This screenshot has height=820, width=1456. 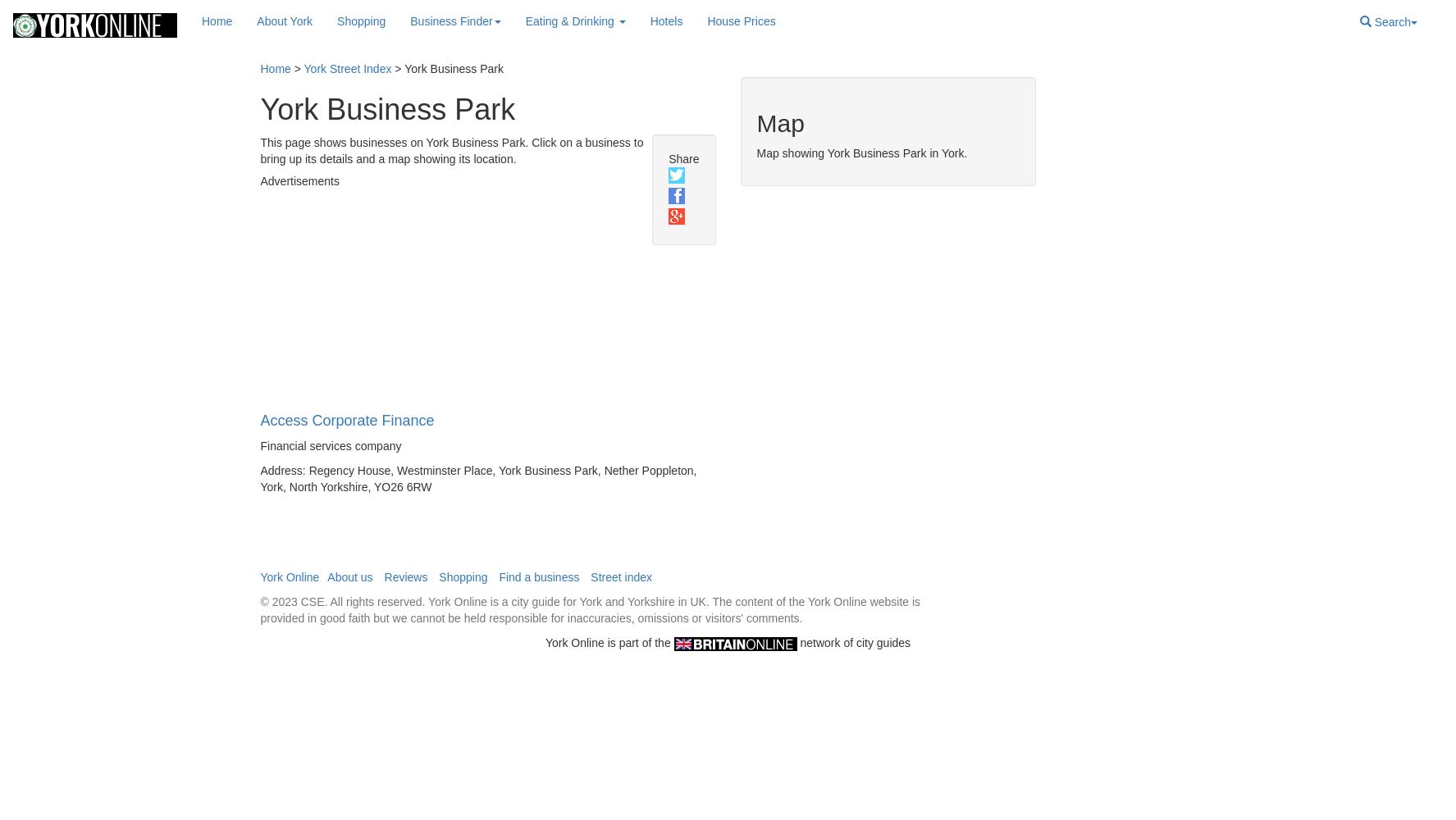 I want to click on 'Share', so click(x=682, y=157).